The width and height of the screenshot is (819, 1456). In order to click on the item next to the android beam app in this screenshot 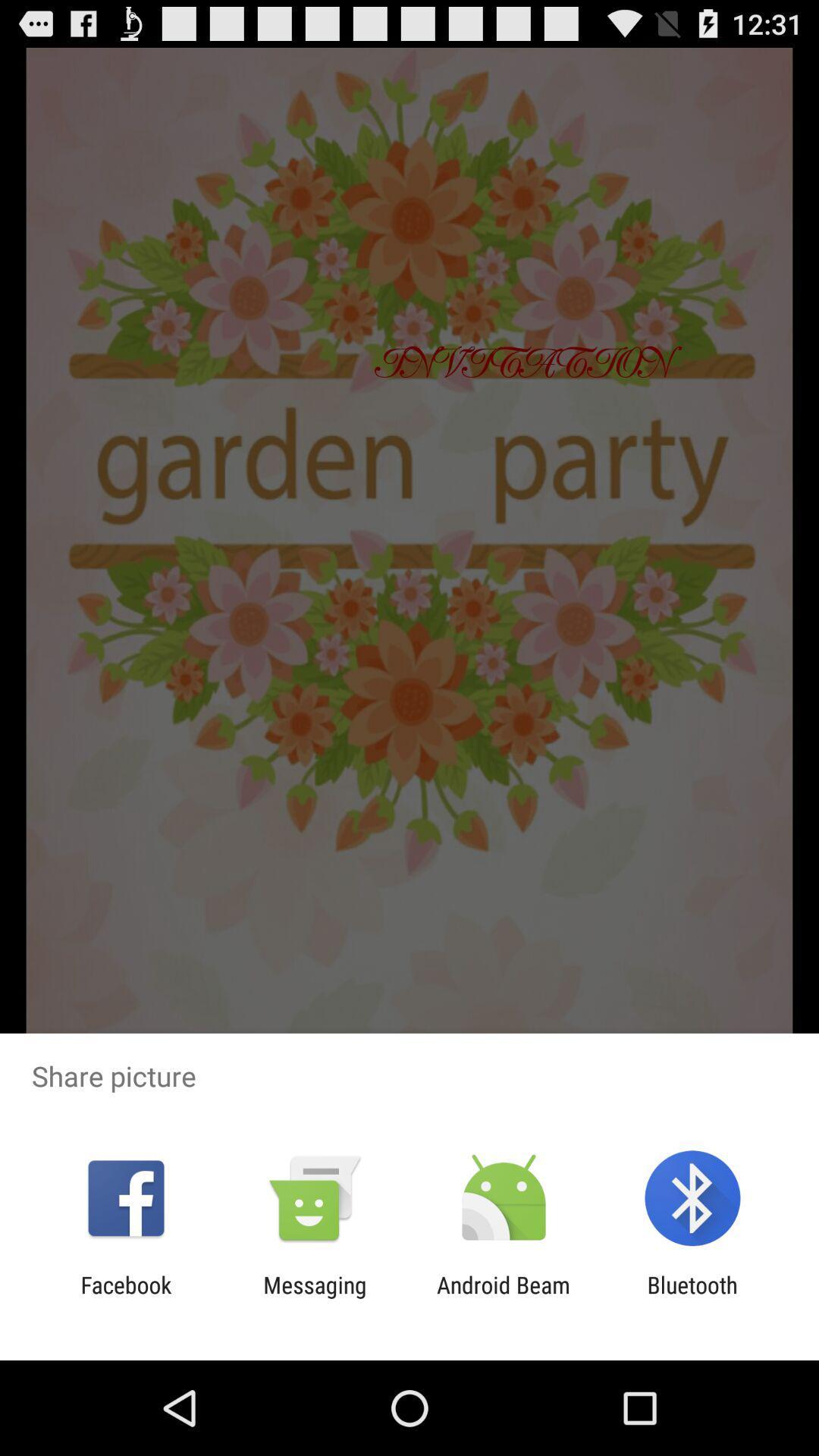, I will do `click(692, 1298)`.